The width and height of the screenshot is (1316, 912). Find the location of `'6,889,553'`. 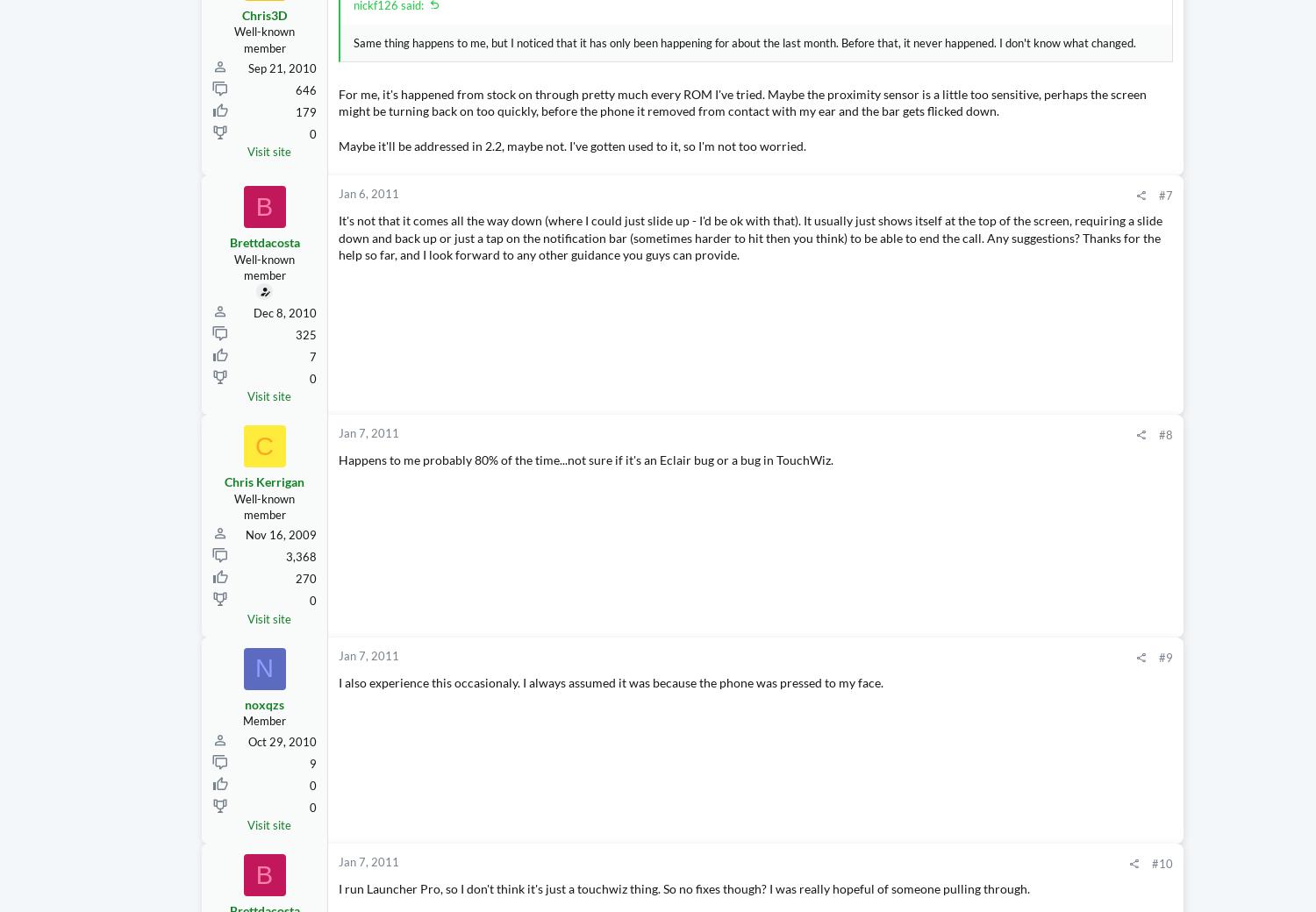

'6,889,553' is located at coordinates (1270, 345).